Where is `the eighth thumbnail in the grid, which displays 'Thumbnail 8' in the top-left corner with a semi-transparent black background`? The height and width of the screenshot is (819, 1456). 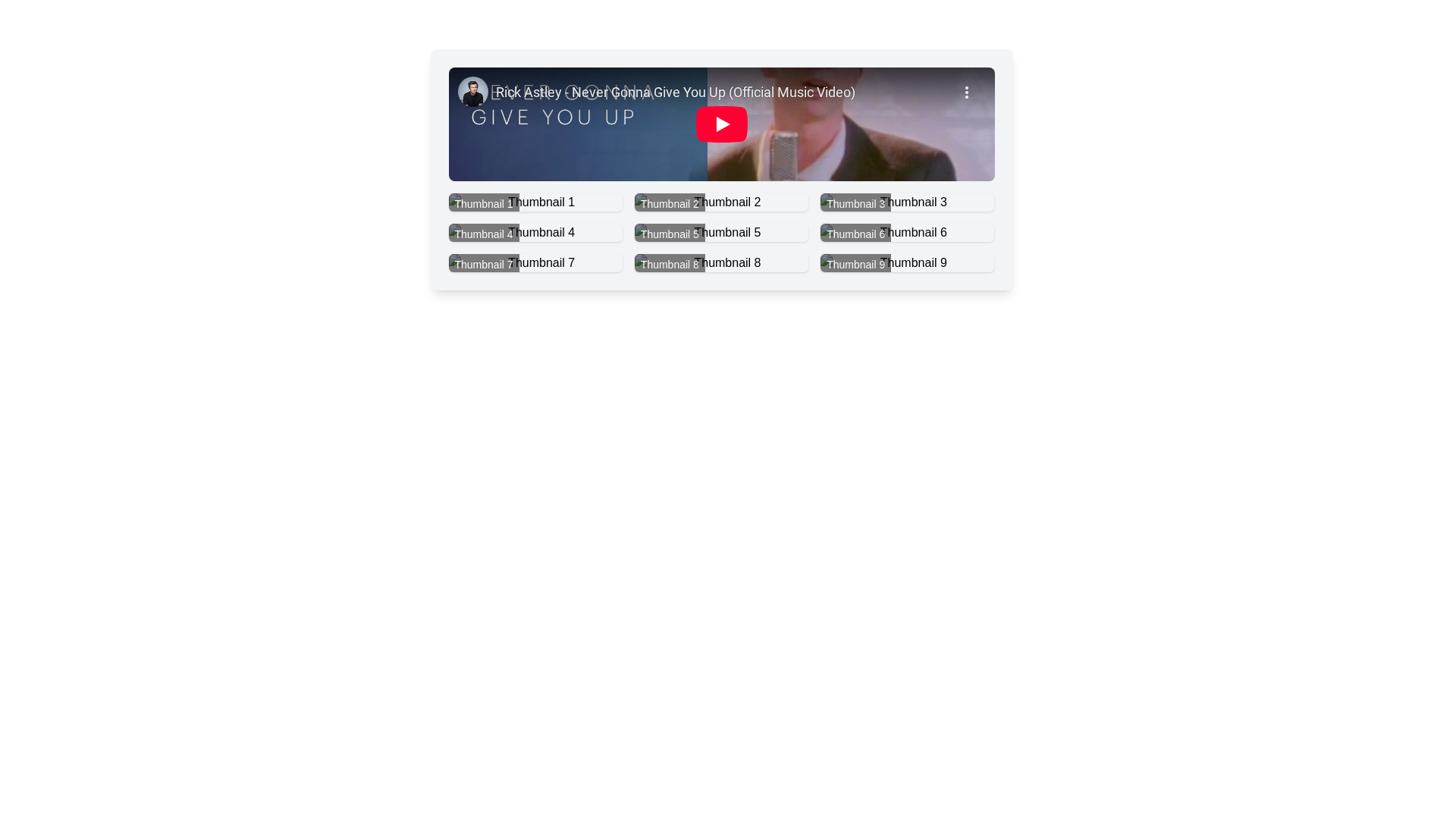 the eighth thumbnail in the grid, which displays 'Thumbnail 8' in the top-left corner with a semi-transparent black background is located at coordinates (720, 262).